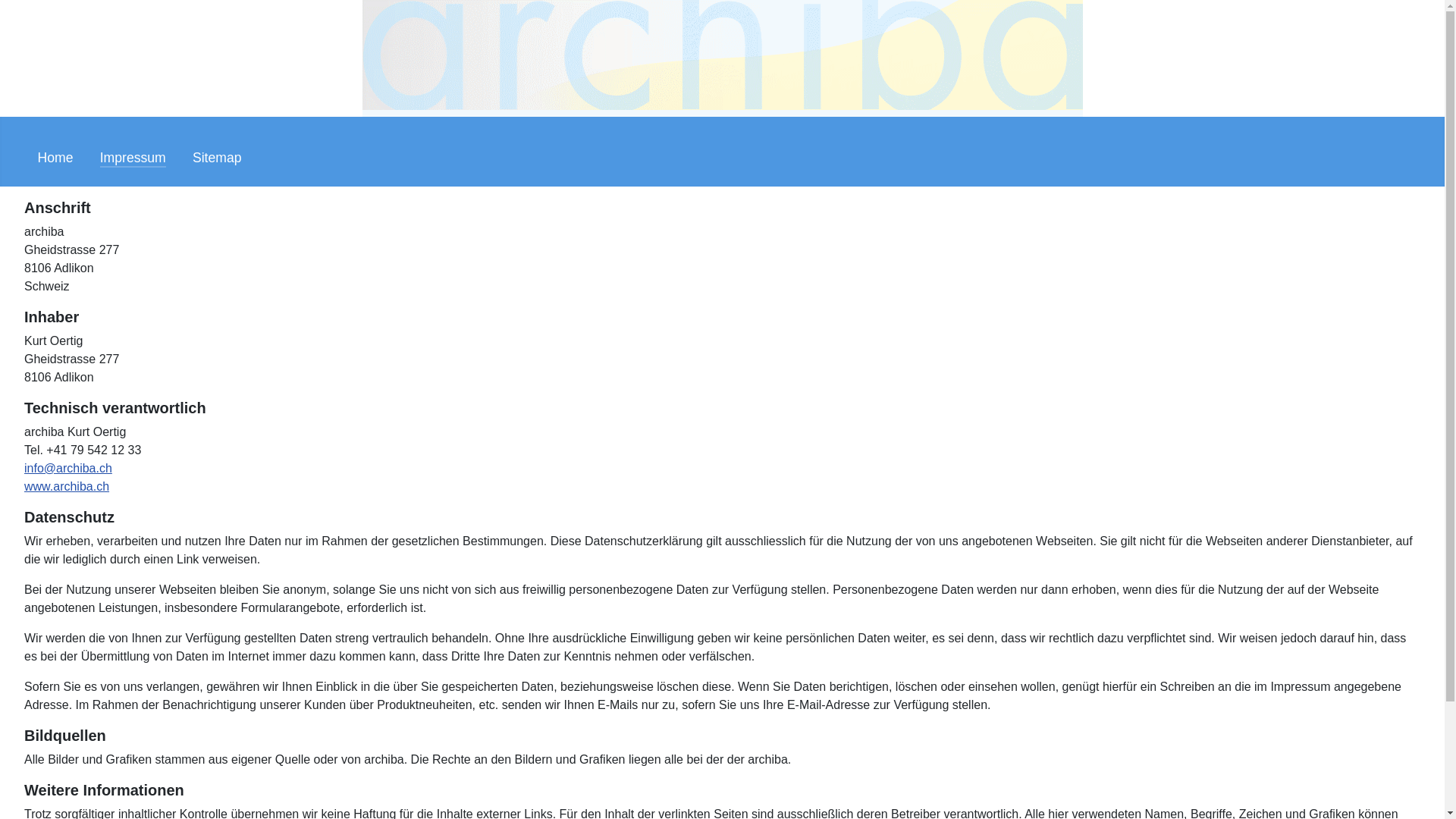 Image resolution: width=1456 pixels, height=819 pixels. Describe the element at coordinates (65, 486) in the screenshot. I see `'www.archiba.ch'` at that location.